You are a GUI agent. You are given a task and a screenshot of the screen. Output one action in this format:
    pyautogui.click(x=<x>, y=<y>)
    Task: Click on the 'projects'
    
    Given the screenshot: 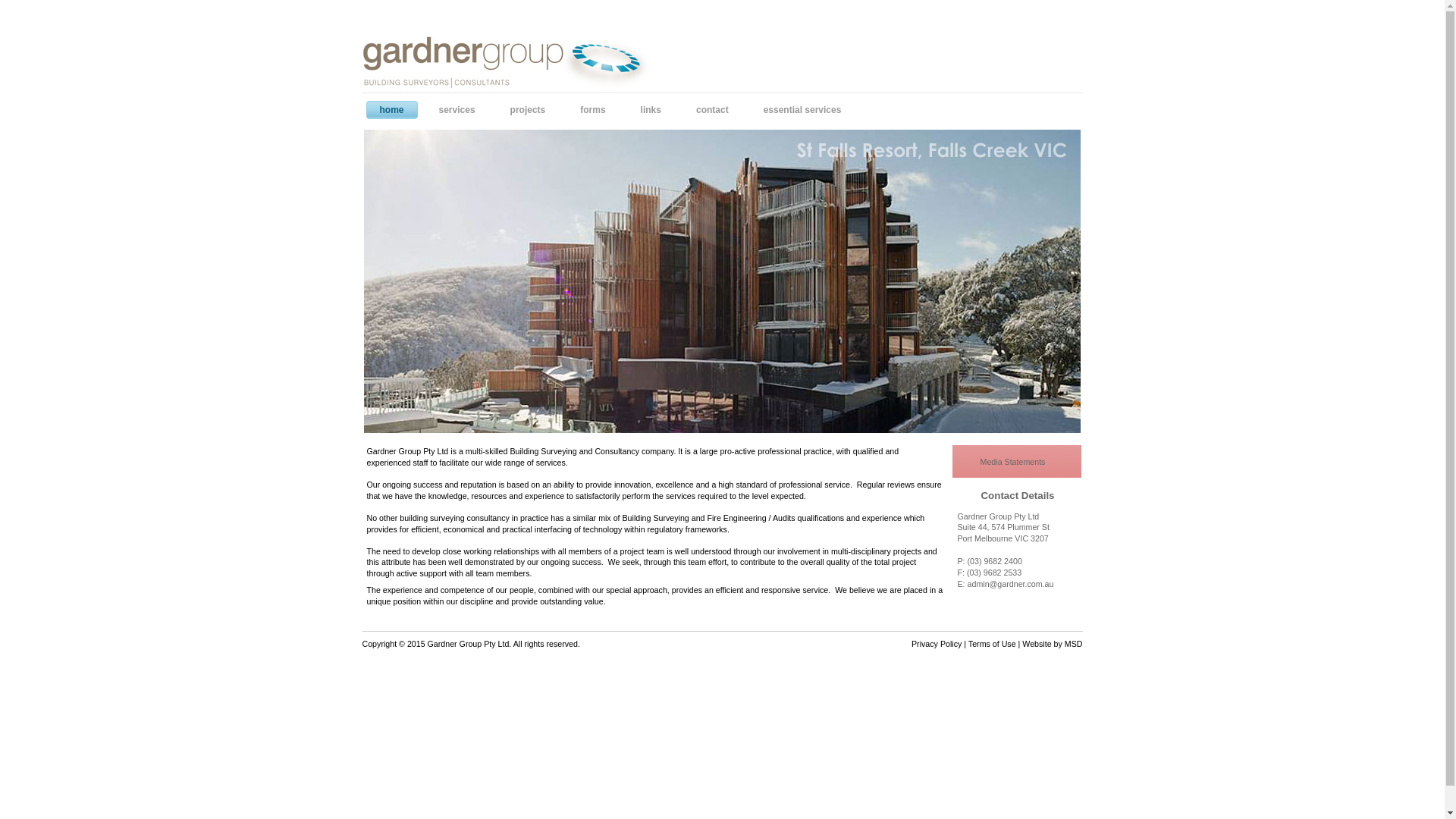 What is the action you would take?
    pyautogui.click(x=532, y=110)
    